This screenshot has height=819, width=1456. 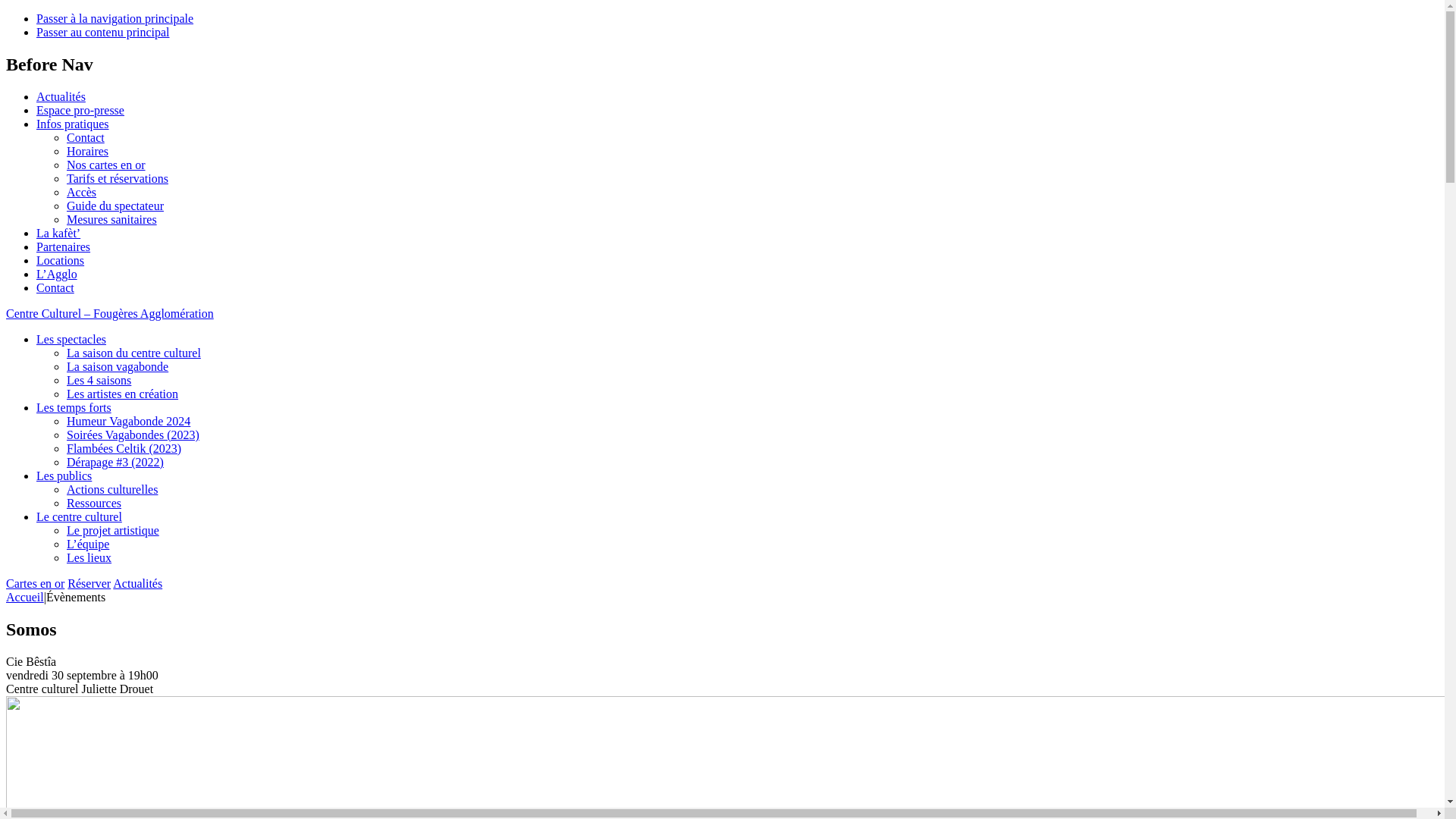 I want to click on 'Les 4 saisons', so click(x=98, y=379).